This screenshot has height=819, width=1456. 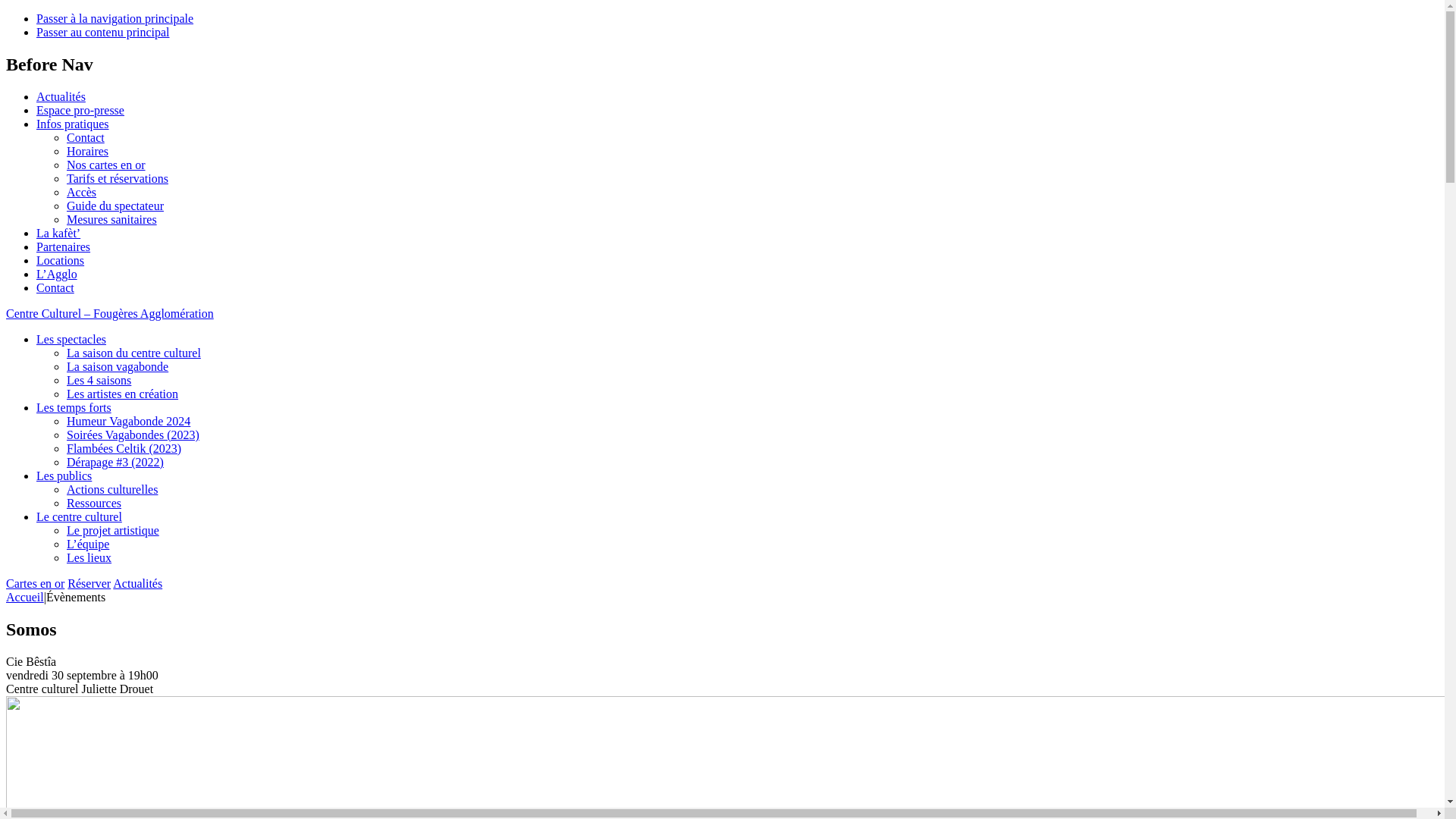 I want to click on 'Les 4 saisons', so click(x=98, y=379).